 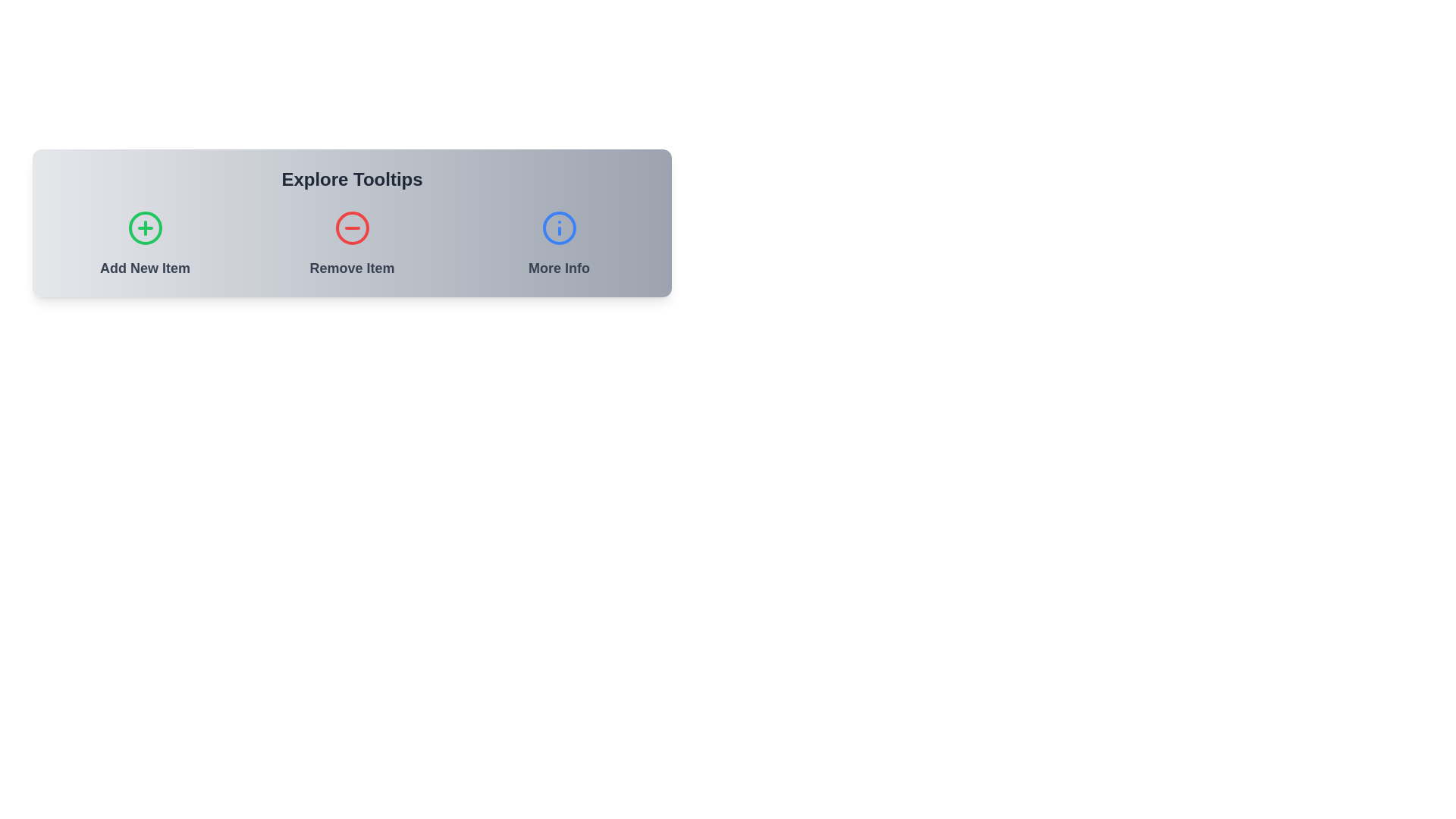 I want to click on the circular green button with a plus sign inside, which is labeled 'Add New Item', so click(x=145, y=243).